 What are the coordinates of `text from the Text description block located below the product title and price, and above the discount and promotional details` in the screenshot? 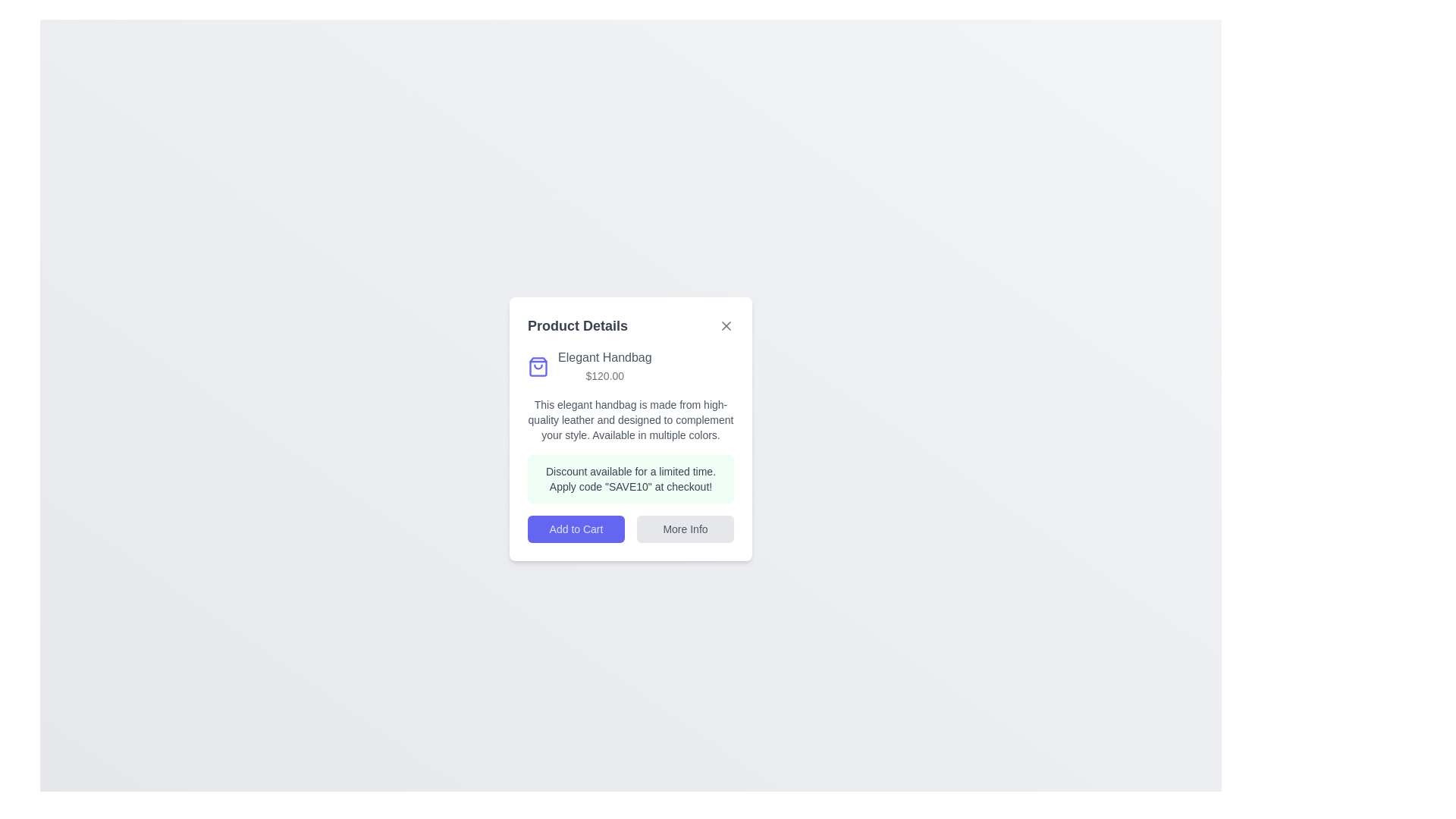 It's located at (630, 420).